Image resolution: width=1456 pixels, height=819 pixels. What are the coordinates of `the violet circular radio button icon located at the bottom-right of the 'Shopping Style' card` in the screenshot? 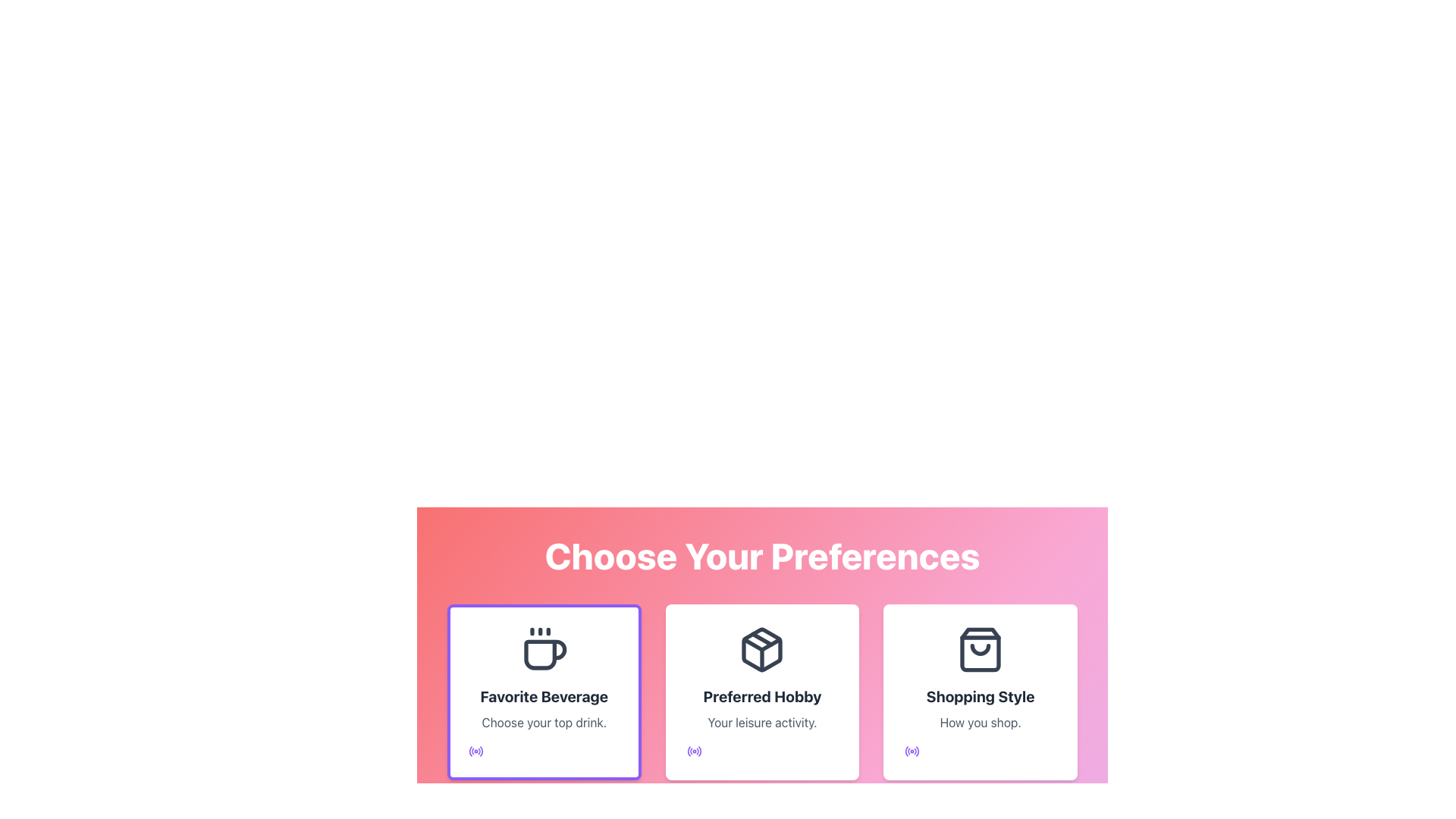 It's located at (912, 752).